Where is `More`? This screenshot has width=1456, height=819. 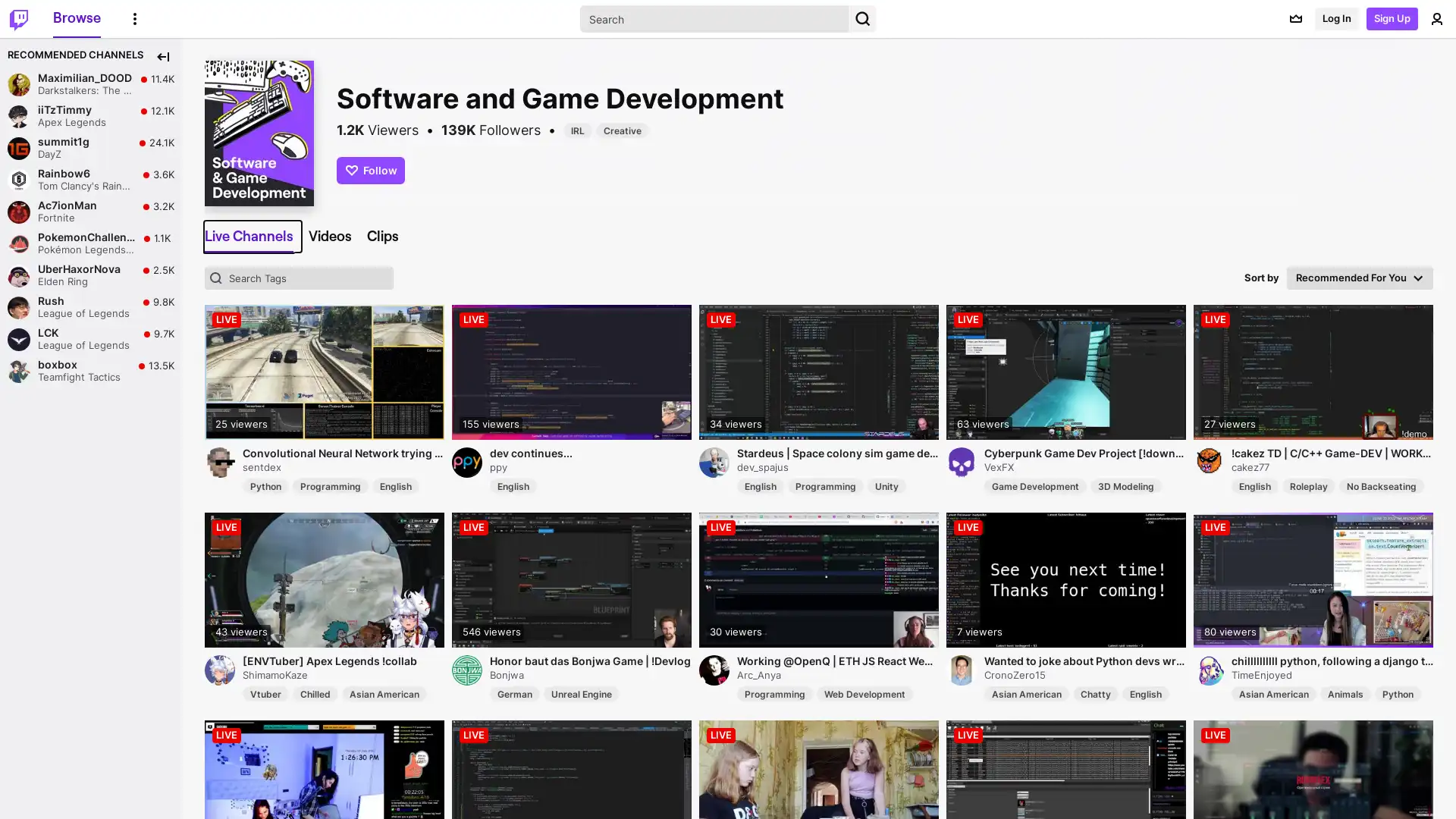 More is located at coordinates (134, 17).